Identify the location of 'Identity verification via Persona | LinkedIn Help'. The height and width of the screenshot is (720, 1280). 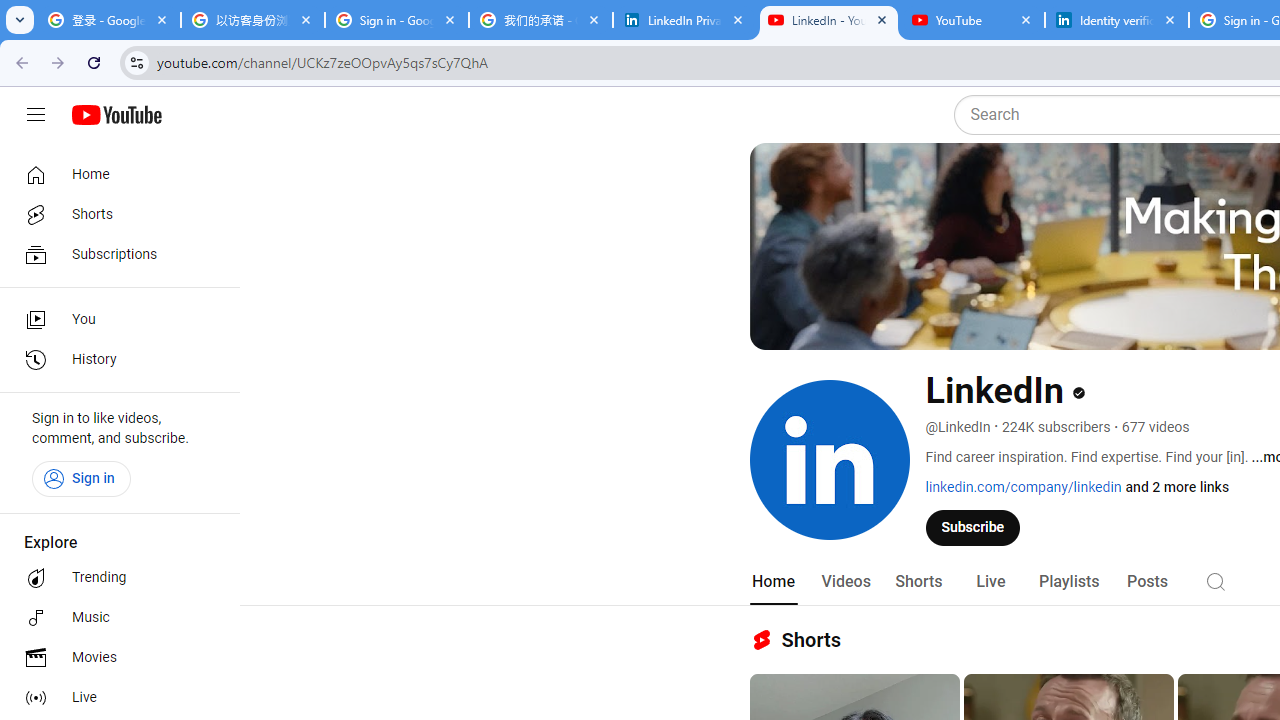
(1115, 20).